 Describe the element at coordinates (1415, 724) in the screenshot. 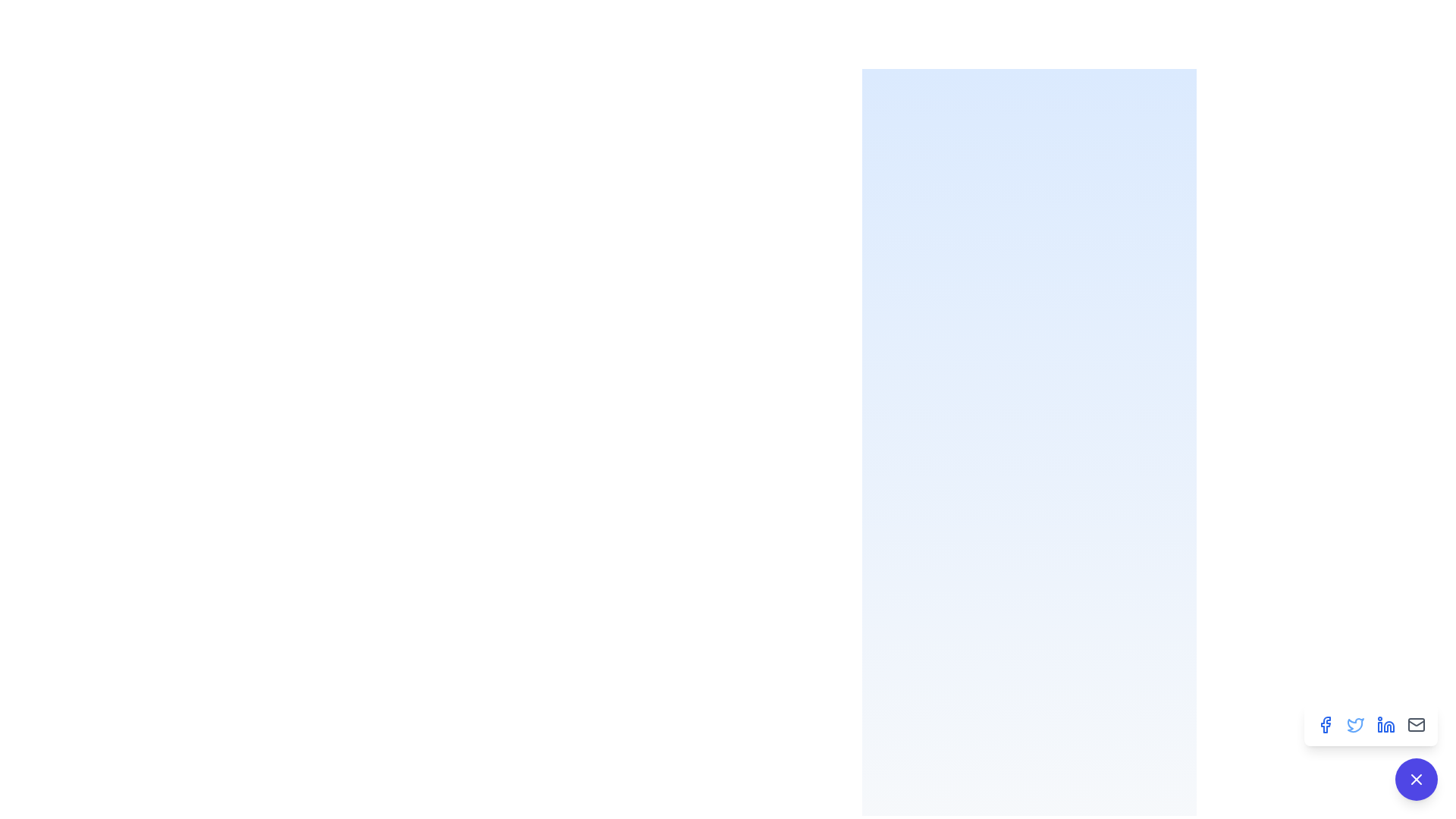

I see `the mail envelope icon button located at the bottom-right corner of the interface` at that location.